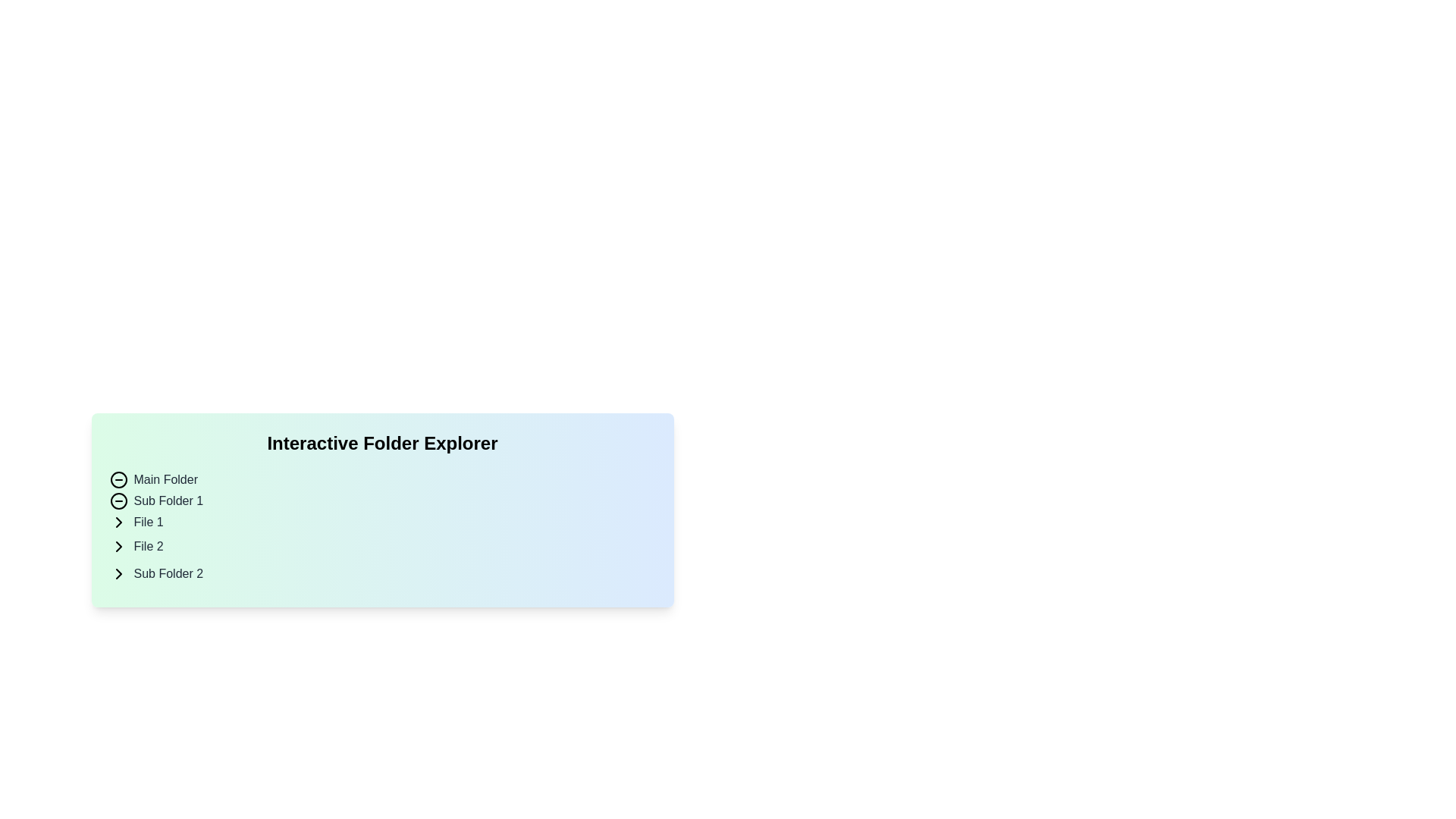  What do you see at coordinates (118, 522) in the screenshot?
I see `the rightward-pointing chevron icon used for hierarchical navigation` at bounding box center [118, 522].